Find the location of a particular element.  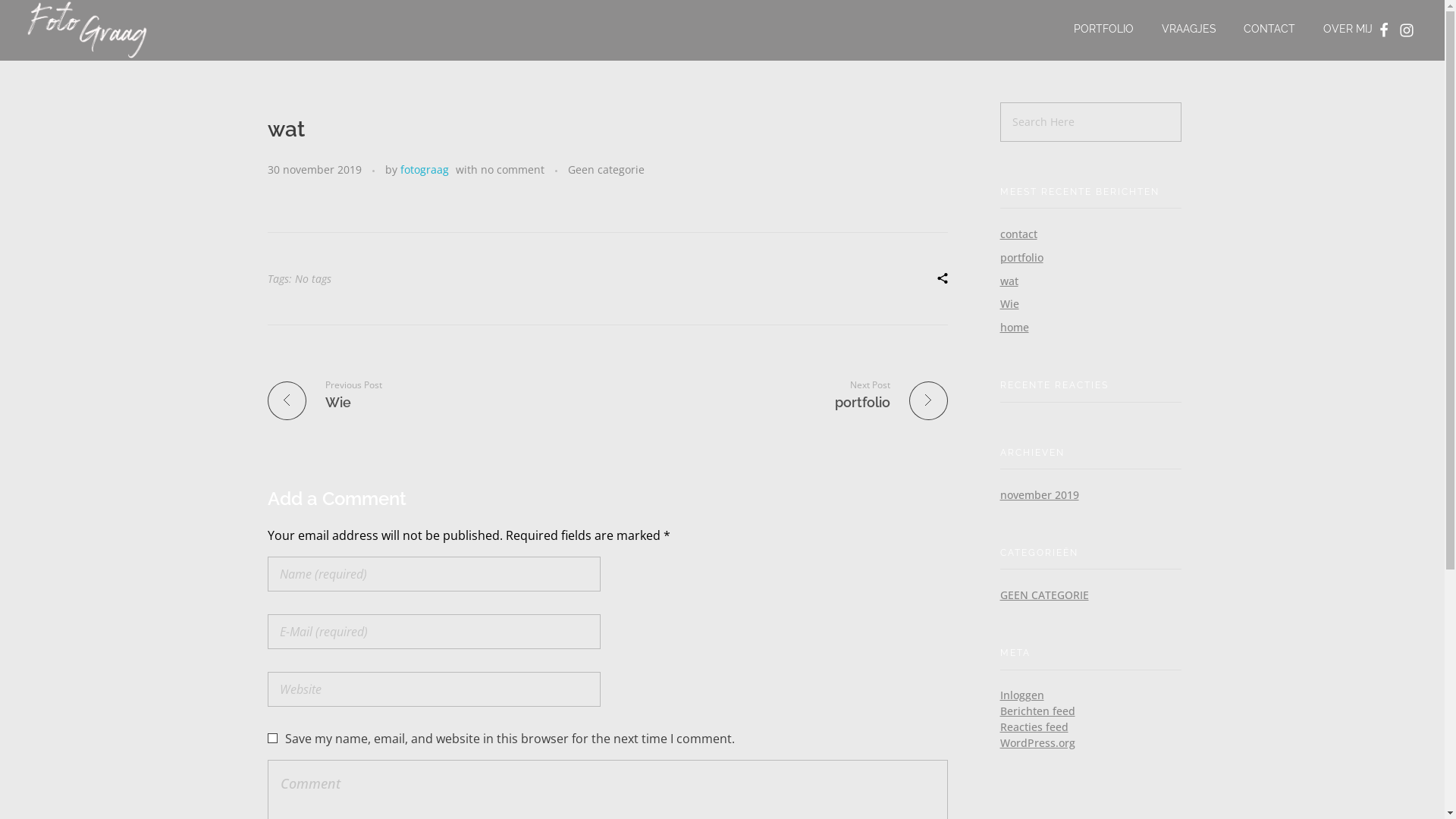

'Next Post is located at coordinates (619, 394).